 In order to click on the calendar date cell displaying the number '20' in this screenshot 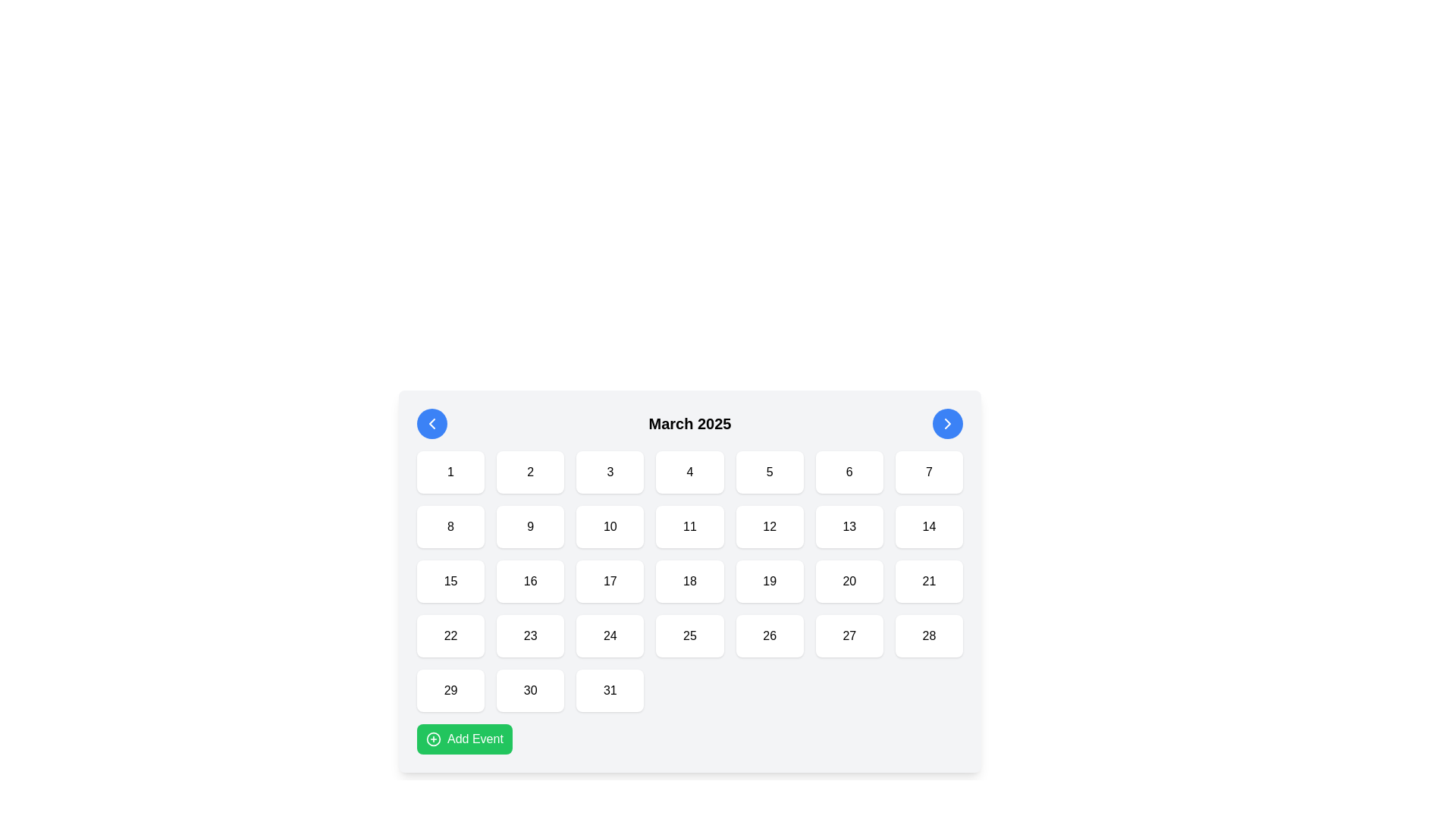, I will do `click(849, 581)`.